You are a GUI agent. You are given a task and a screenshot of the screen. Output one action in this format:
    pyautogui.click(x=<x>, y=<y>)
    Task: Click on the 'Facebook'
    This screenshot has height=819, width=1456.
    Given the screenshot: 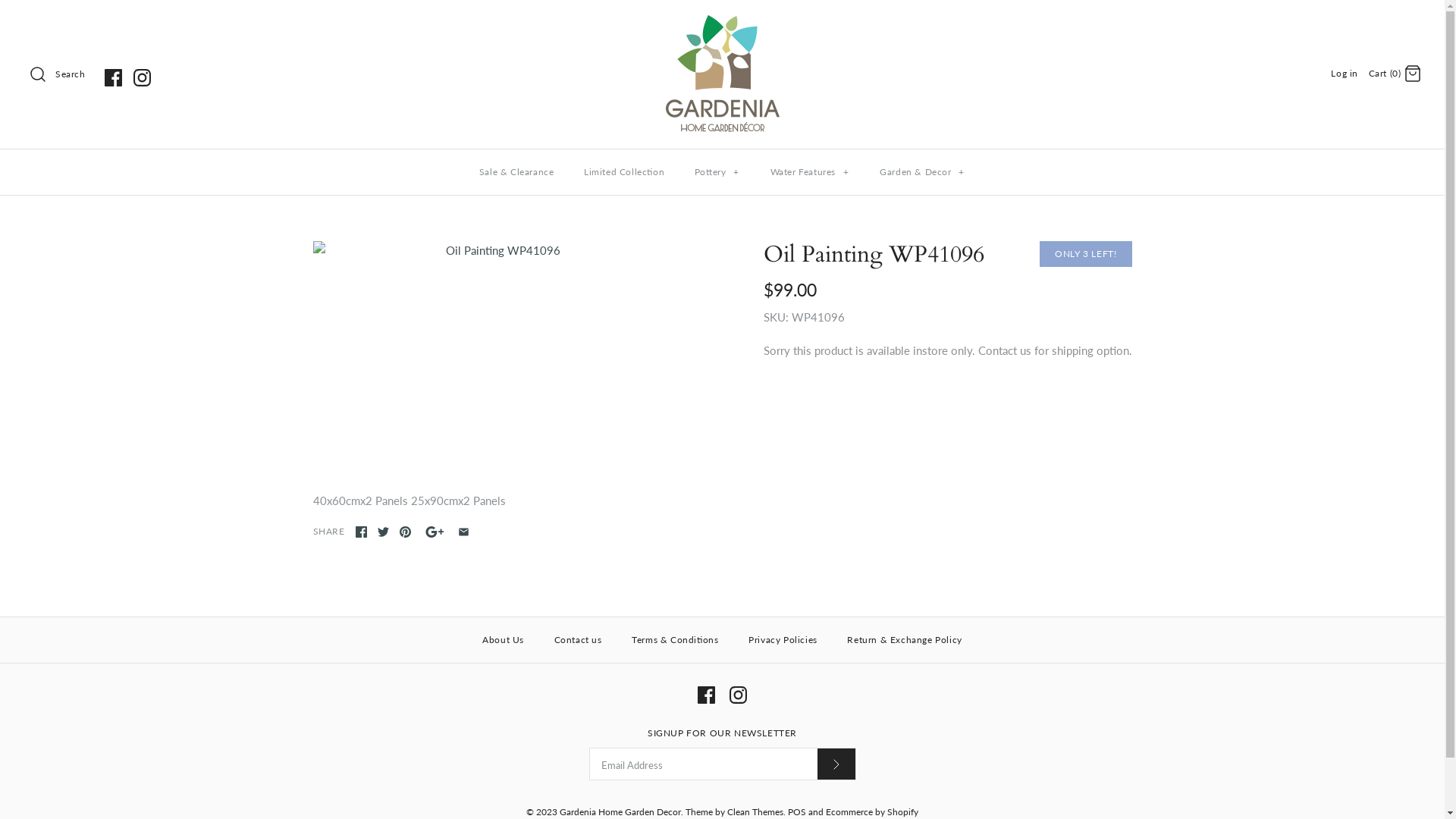 What is the action you would take?
    pyautogui.click(x=112, y=77)
    